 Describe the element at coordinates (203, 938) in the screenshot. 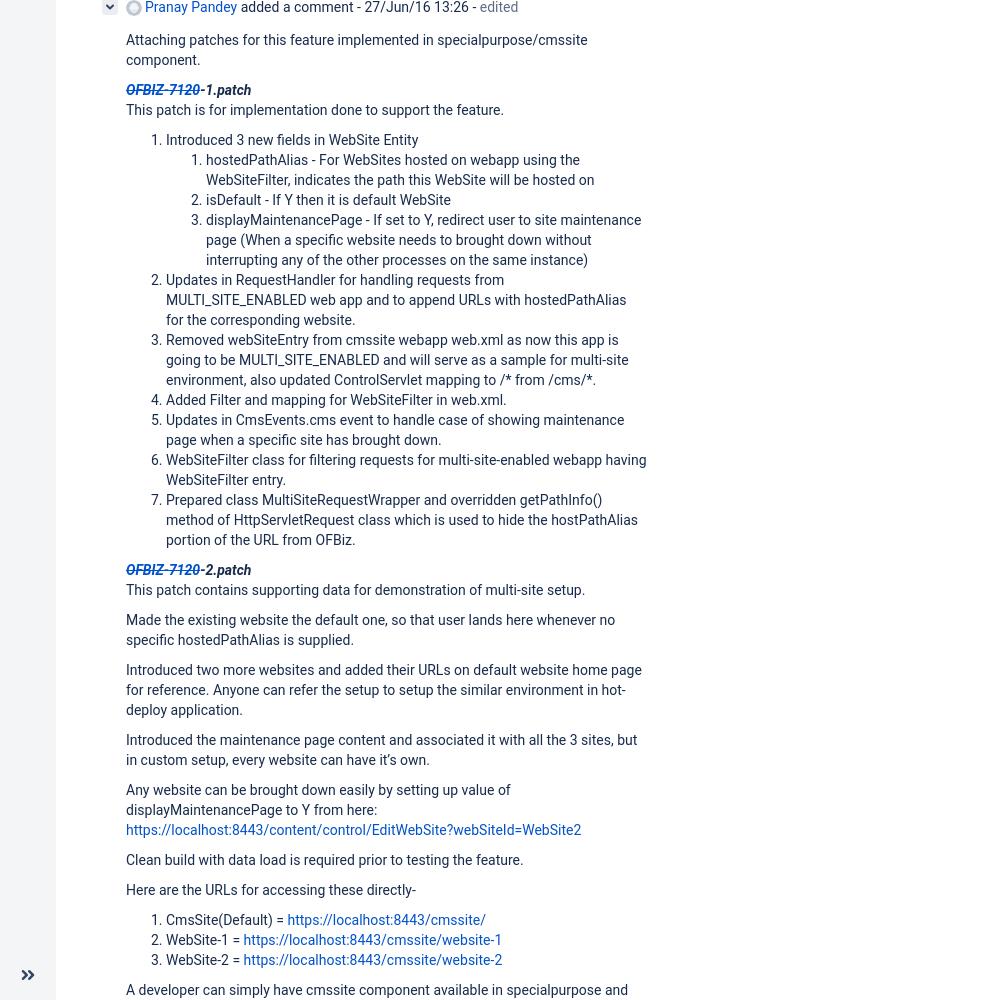

I see `'WebSite-1 ='` at that location.